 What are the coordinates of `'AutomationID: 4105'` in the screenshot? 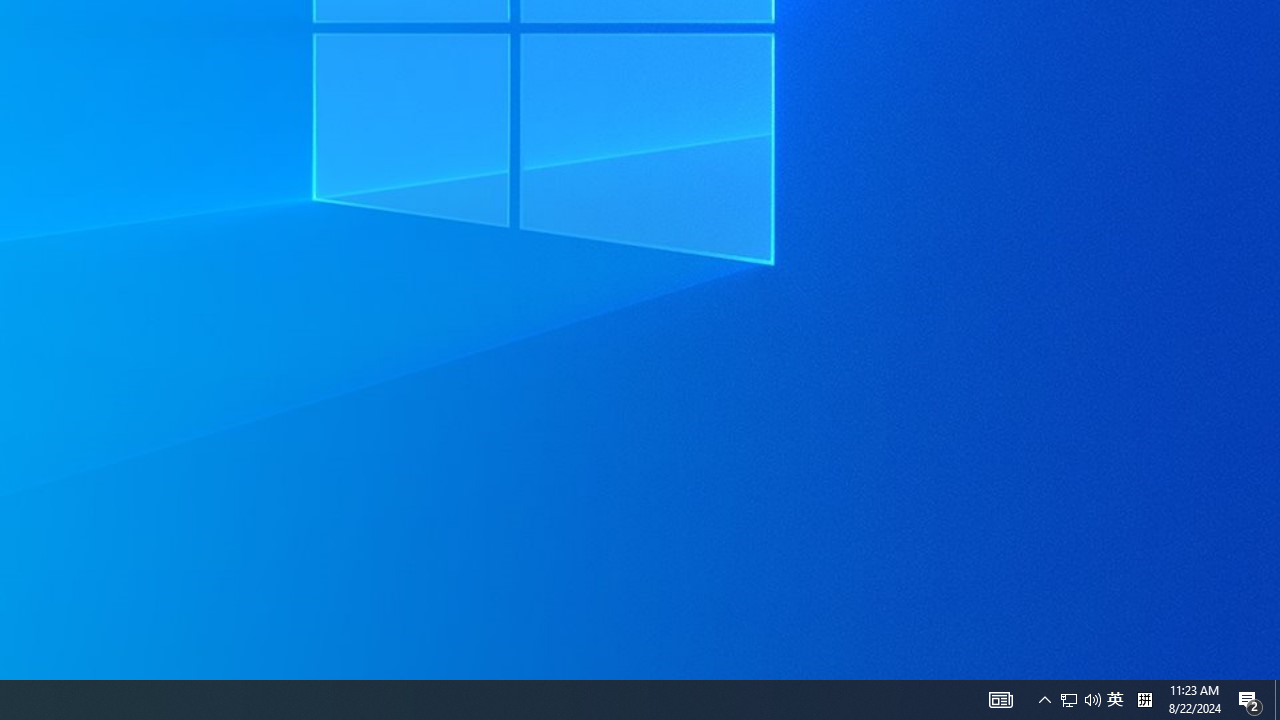 It's located at (1000, 698).